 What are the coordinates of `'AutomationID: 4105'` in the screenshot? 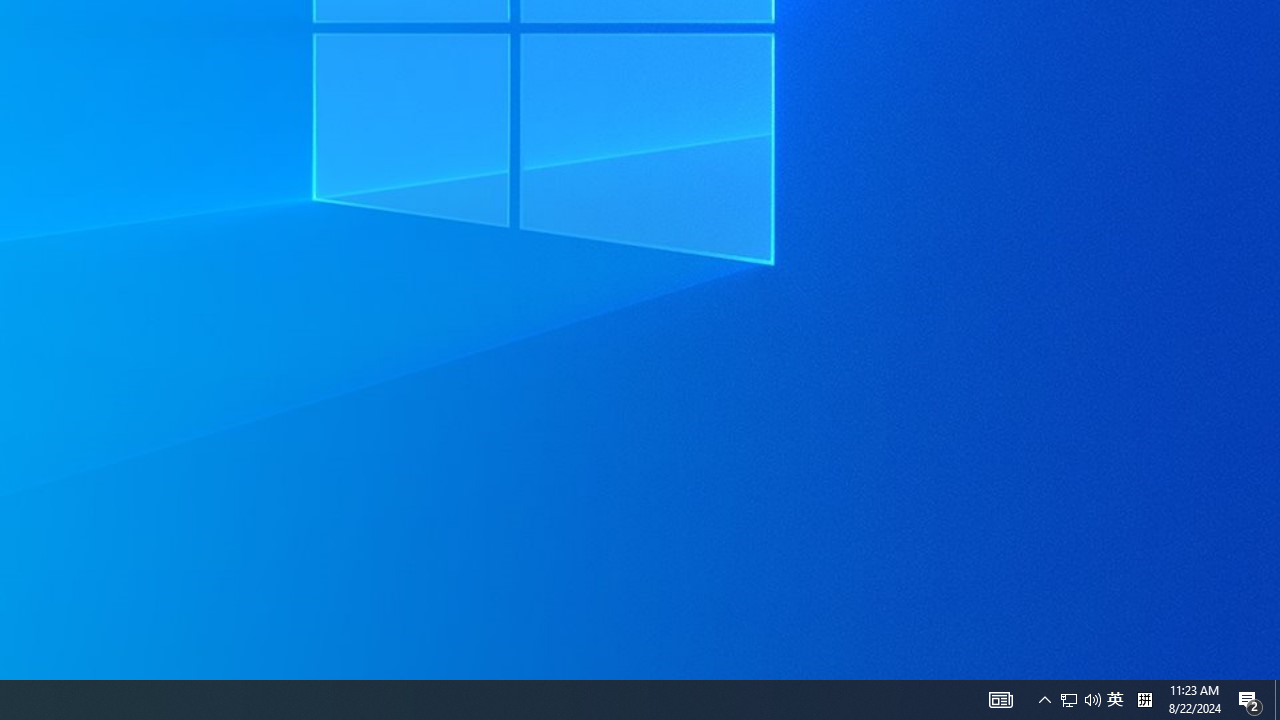 It's located at (1000, 698).